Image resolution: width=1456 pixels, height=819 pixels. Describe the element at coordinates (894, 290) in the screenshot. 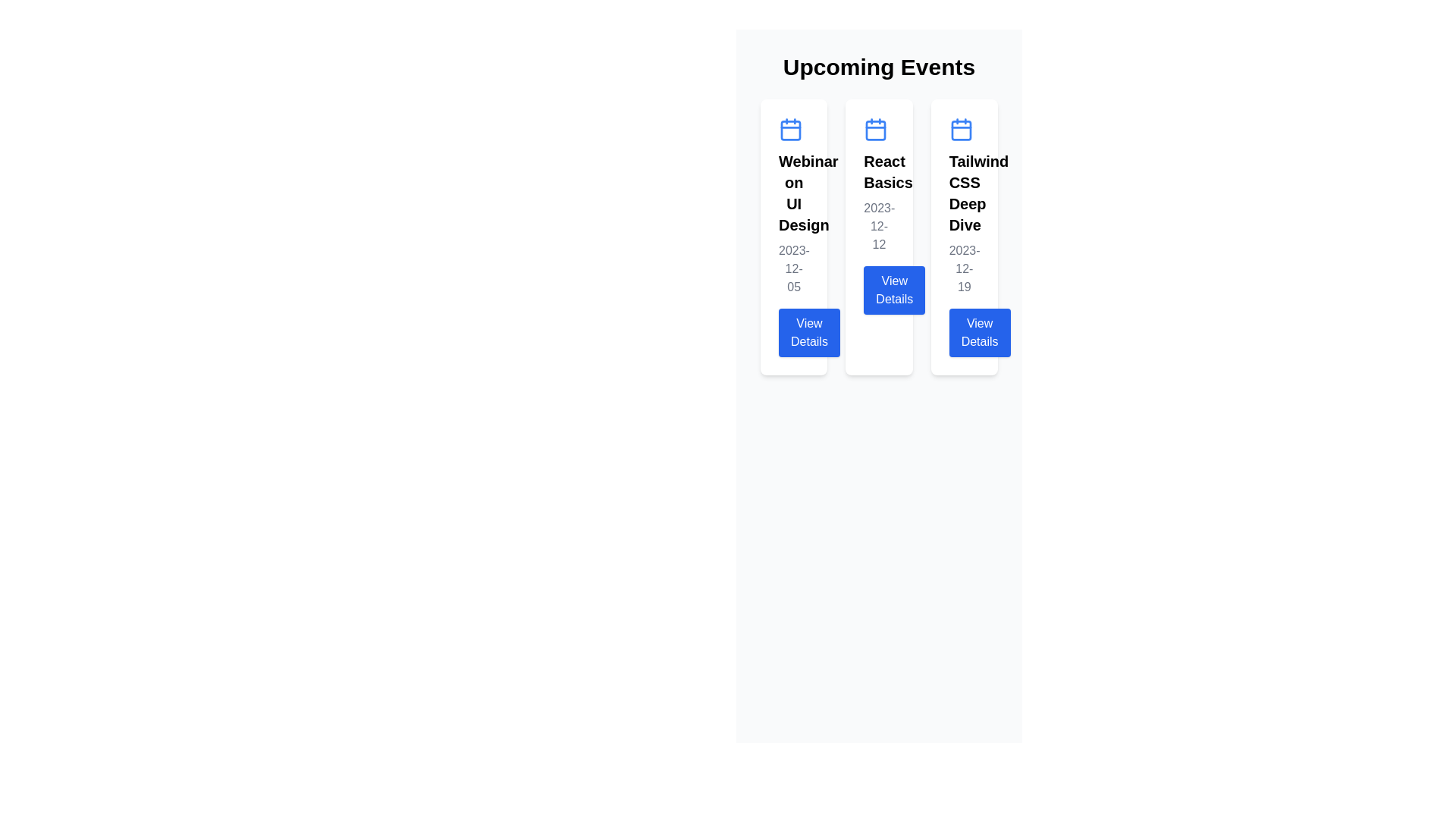

I see `the button in the 'React Basics' card located beneath the text '2023-12-12'` at that location.